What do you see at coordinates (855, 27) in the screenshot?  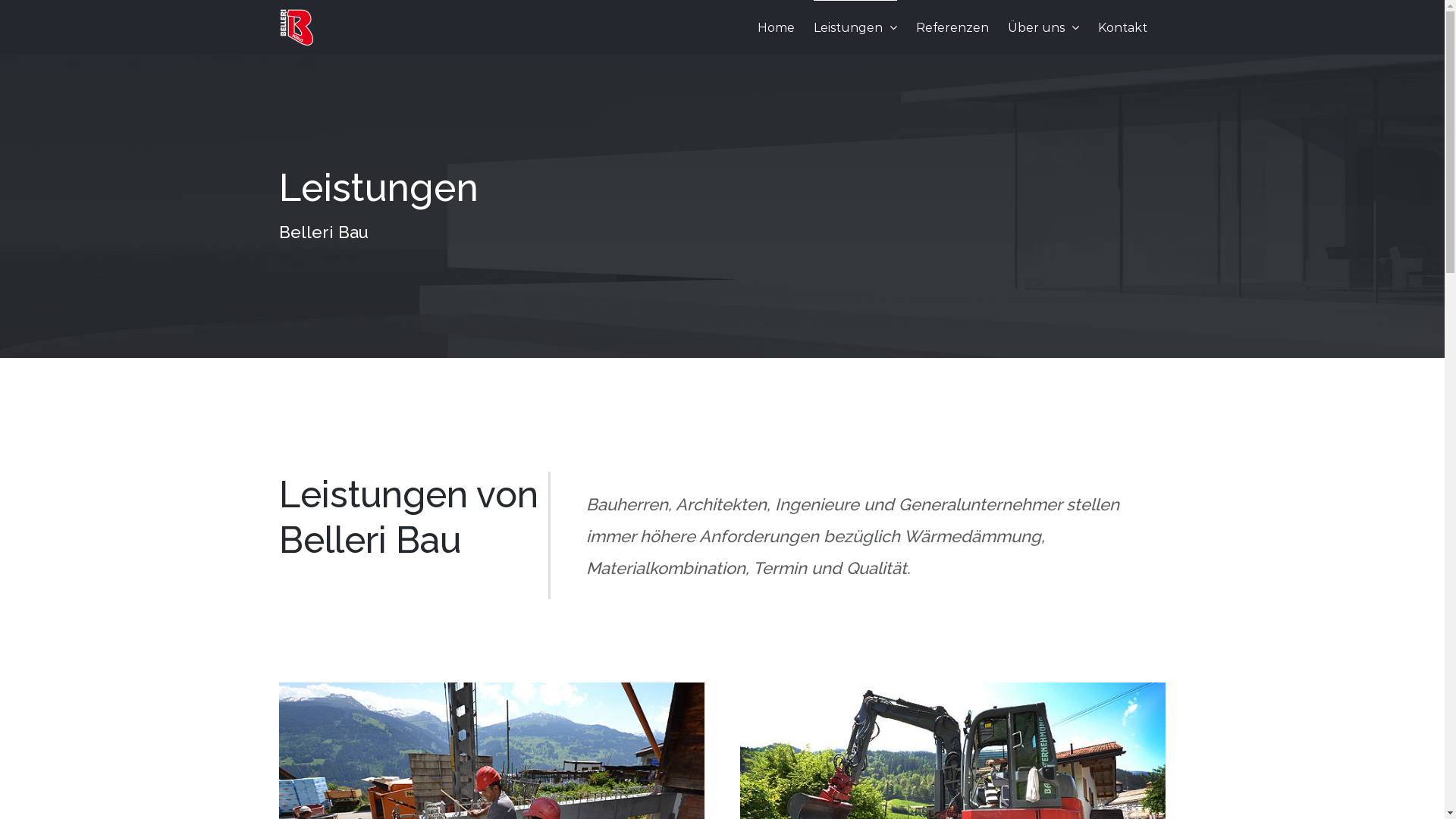 I see `'Leistungen'` at bounding box center [855, 27].